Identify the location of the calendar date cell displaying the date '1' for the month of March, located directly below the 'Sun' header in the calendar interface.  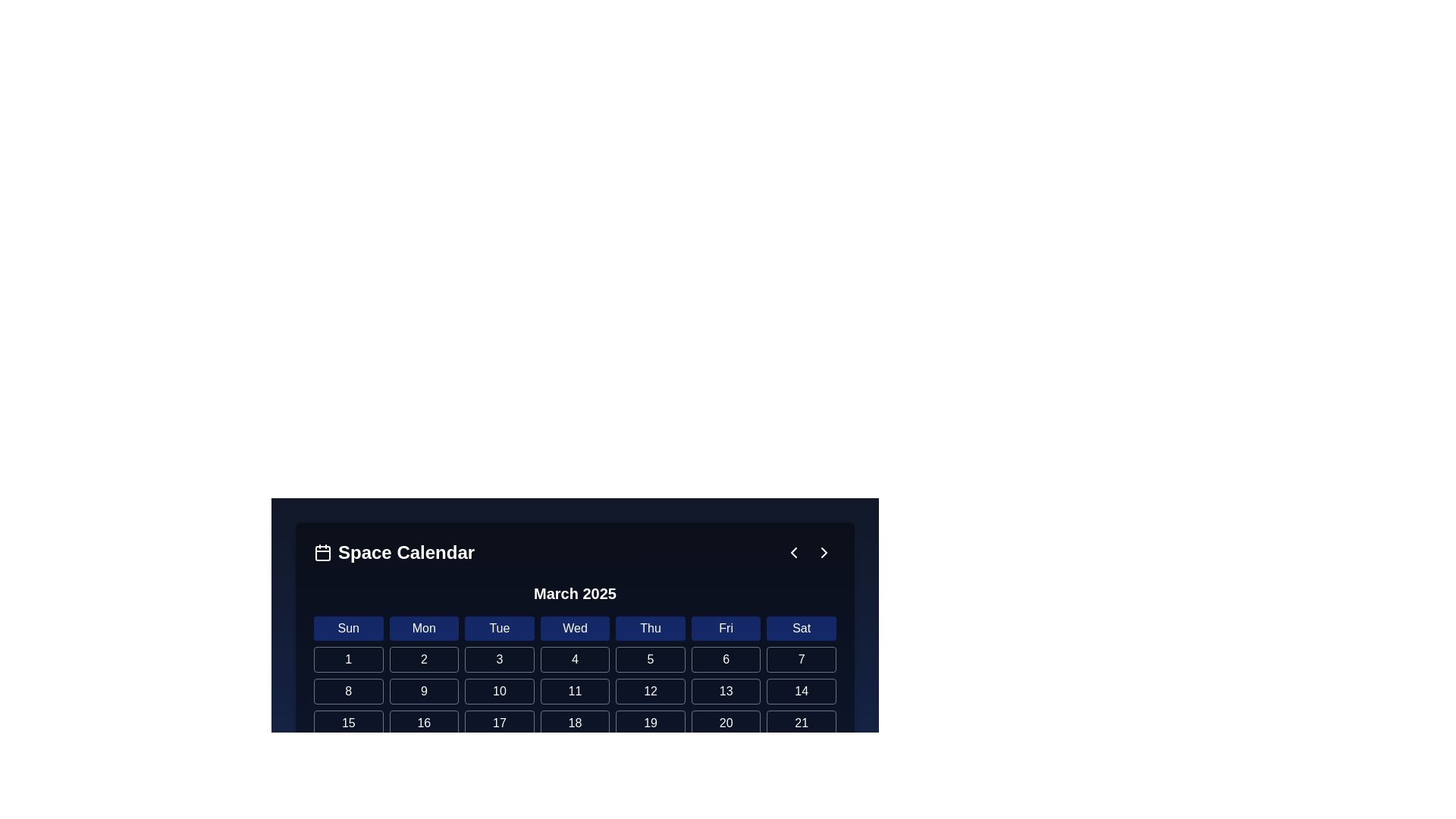
(347, 659).